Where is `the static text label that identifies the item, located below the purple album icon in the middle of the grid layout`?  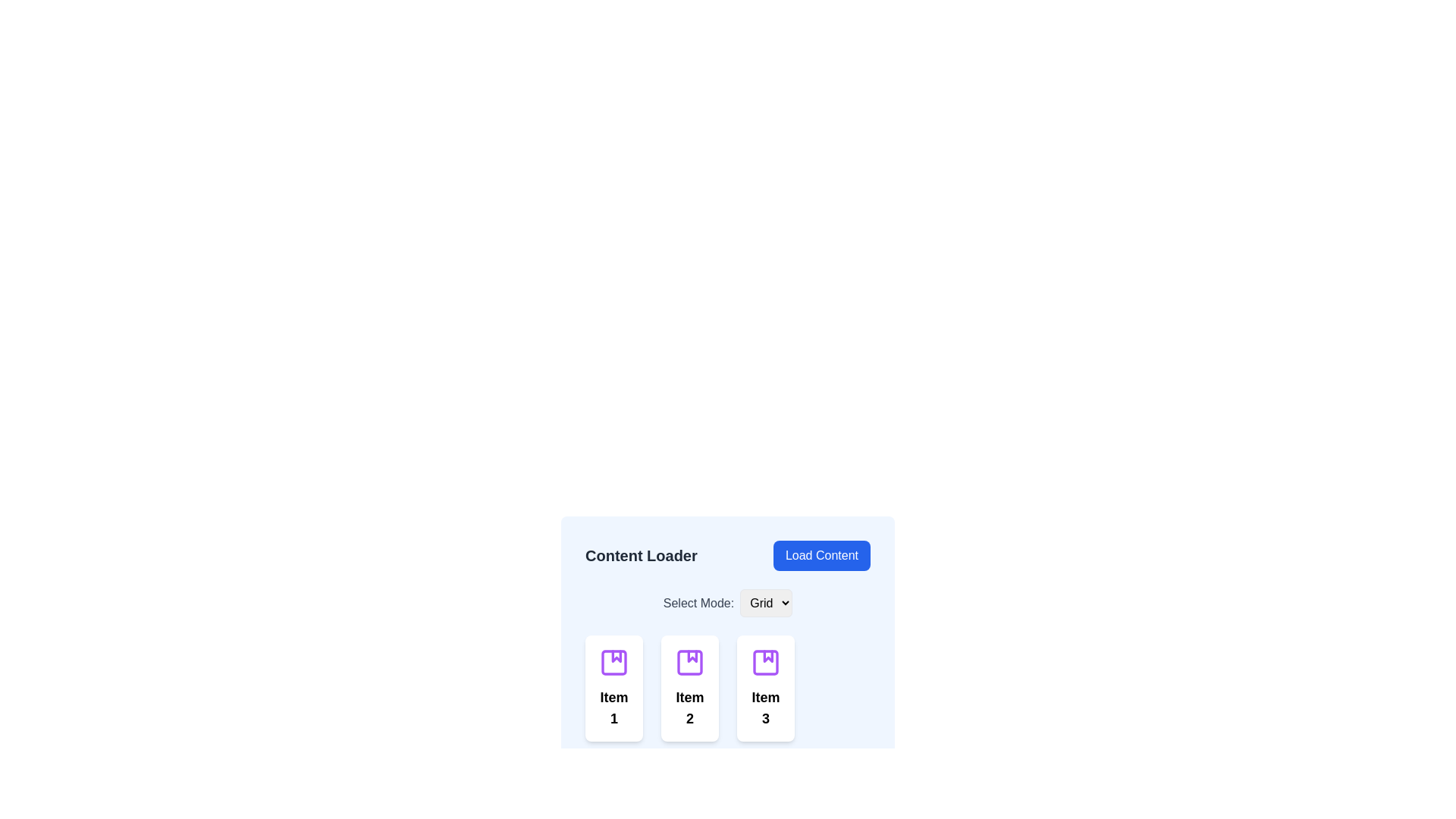 the static text label that identifies the item, located below the purple album icon in the middle of the grid layout is located at coordinates (689, 708).